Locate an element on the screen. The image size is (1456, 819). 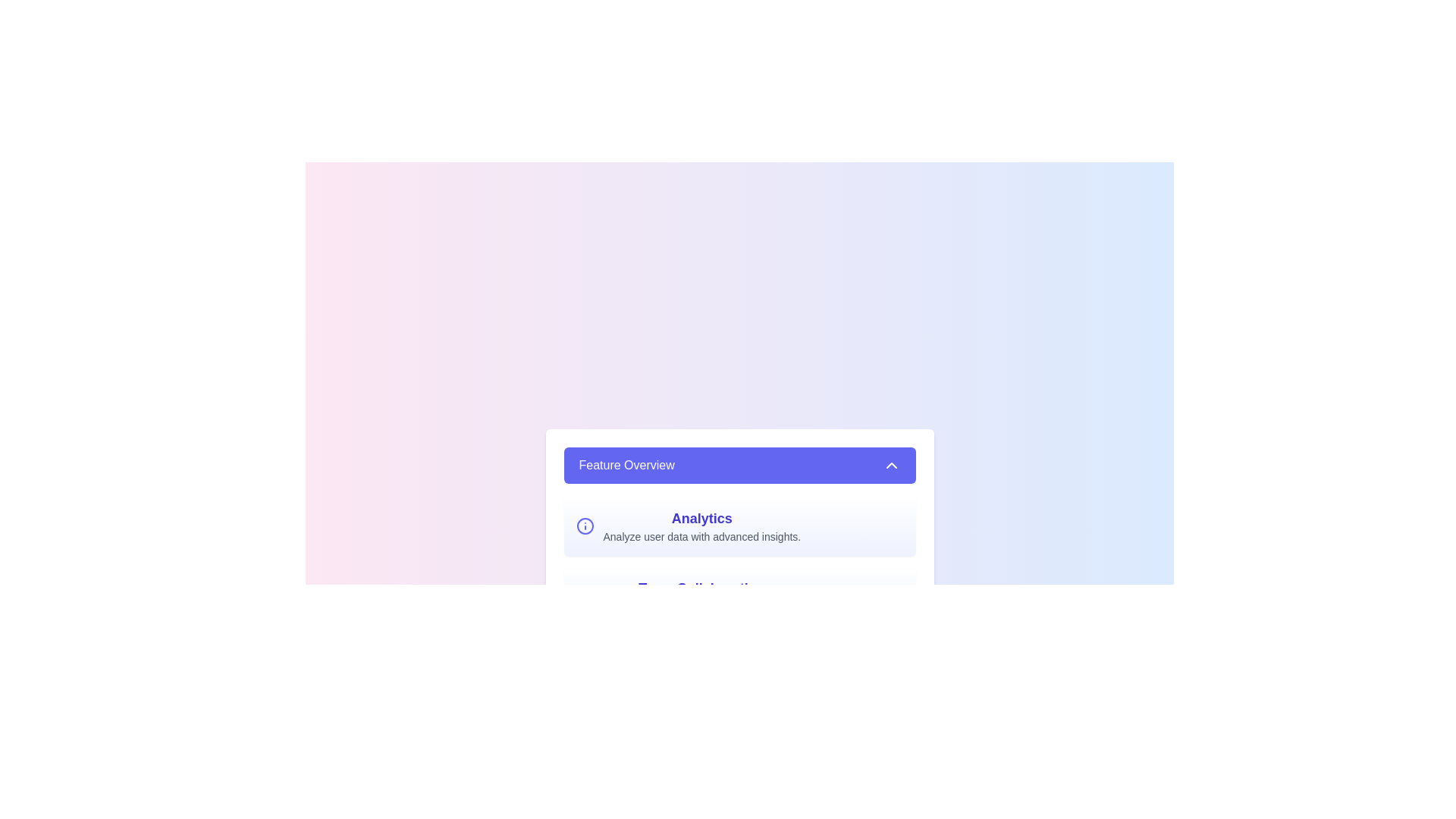
the descriptive subtitle text for the 'Analytics' section is located at coordinates (701, 536).